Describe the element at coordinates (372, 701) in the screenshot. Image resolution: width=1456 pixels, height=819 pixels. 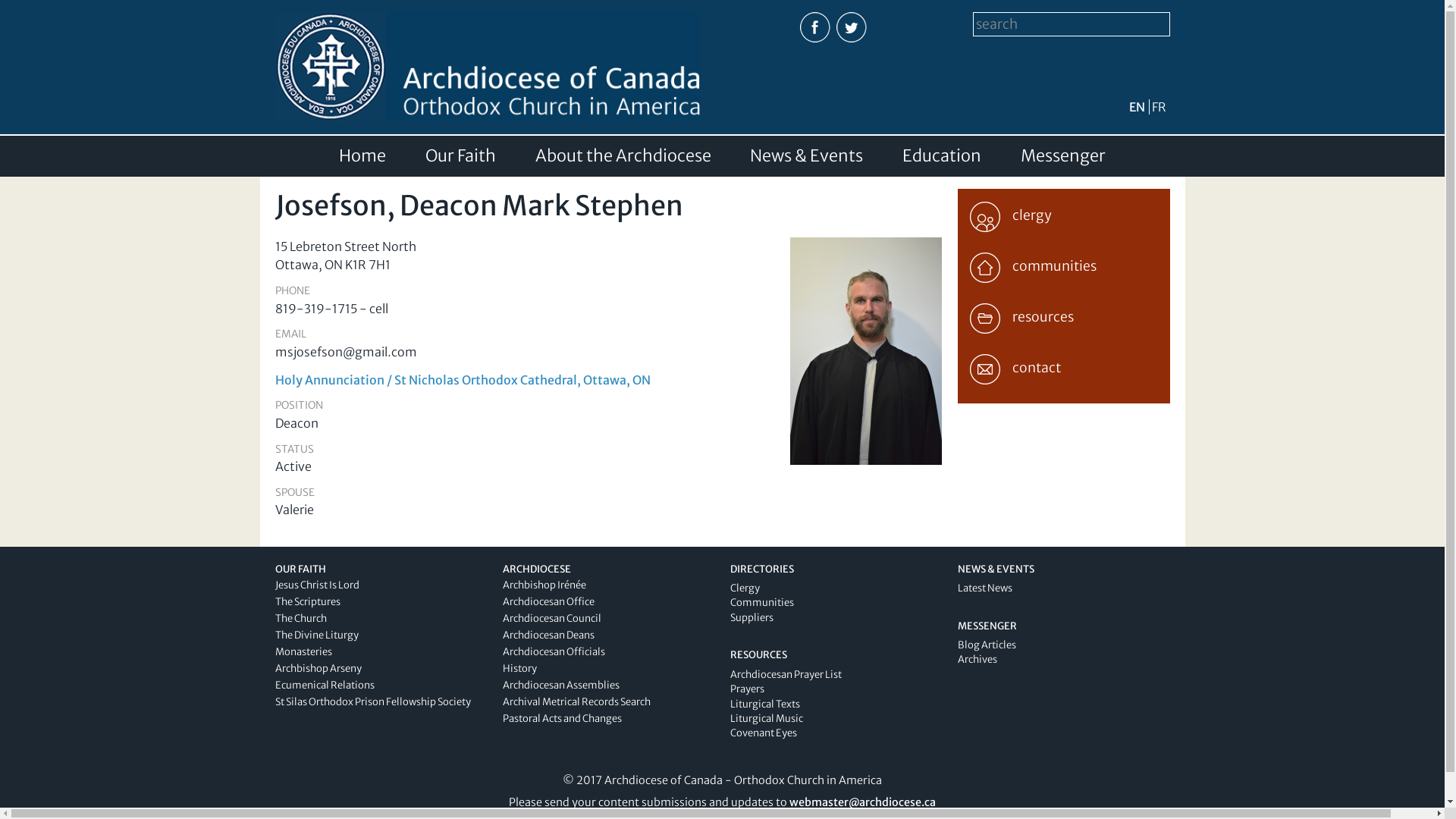
I see `'St Silas Orthodox Prison Fellowship Society'` at that location.